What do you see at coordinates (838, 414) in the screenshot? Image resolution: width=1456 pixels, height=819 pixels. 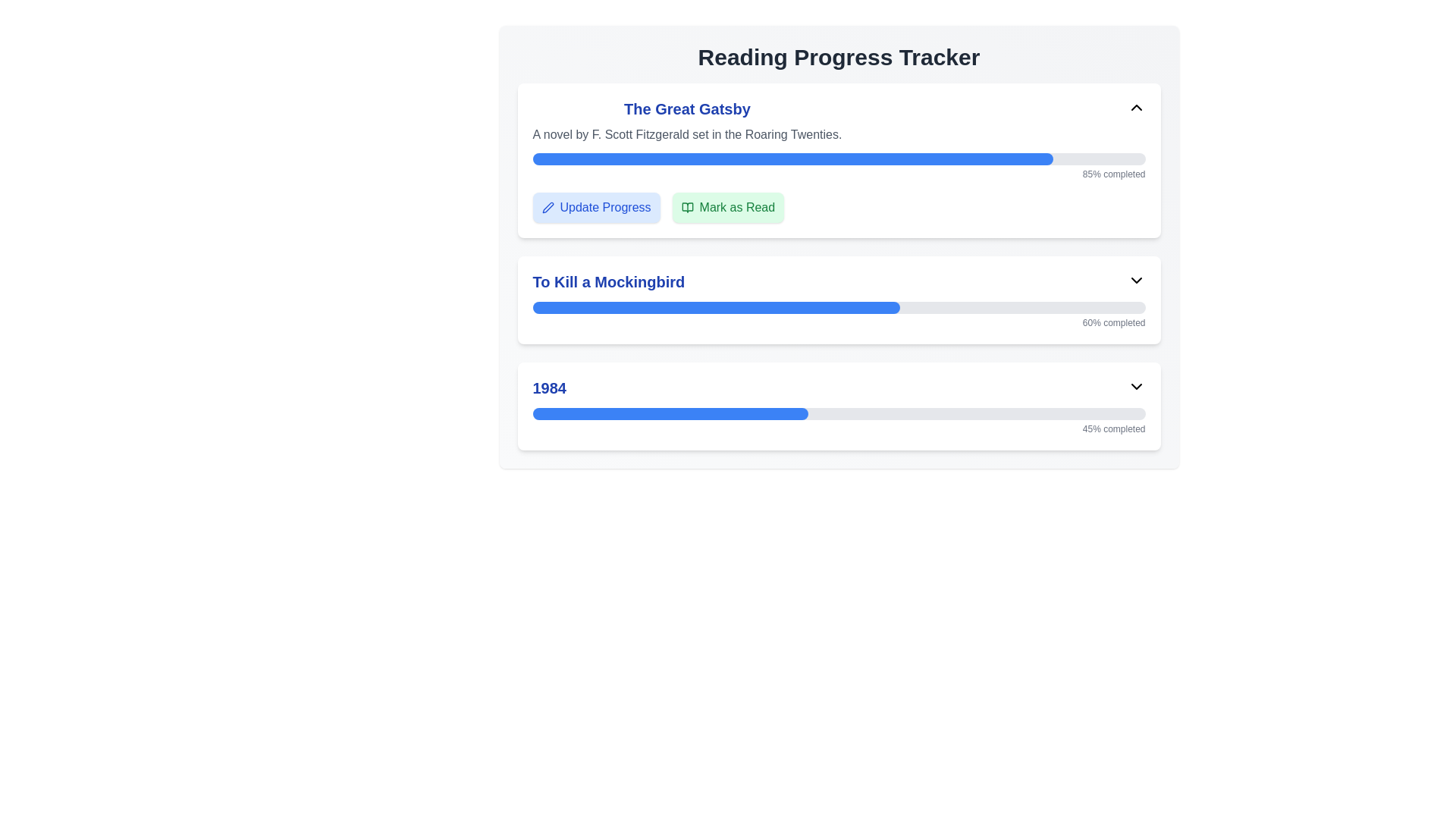 I see `the progress bar indicating 45% completion located within the third card for the book '1984', centered below the title` at bounding box center [838, 414].